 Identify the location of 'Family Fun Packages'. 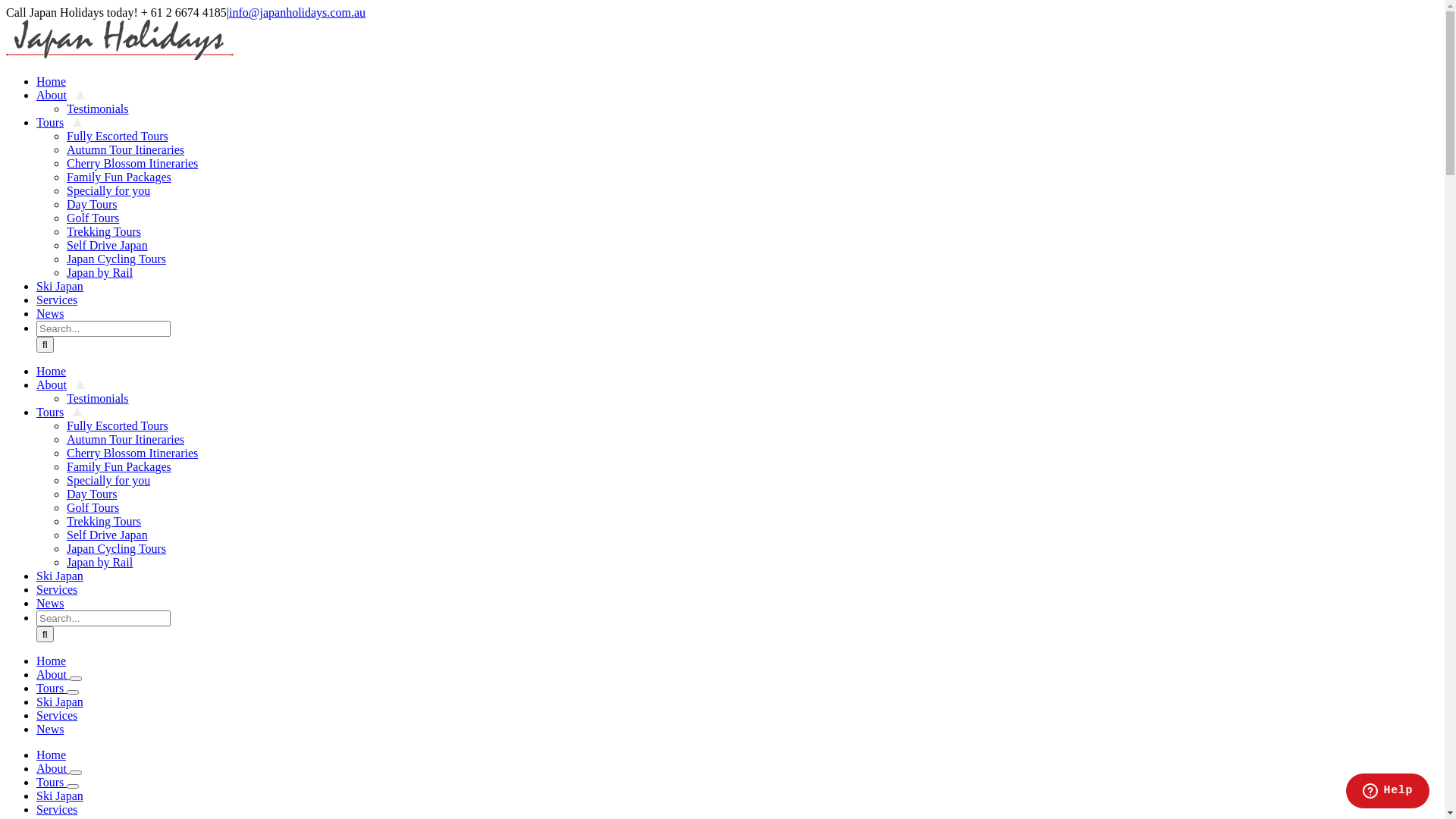
(65, 176).